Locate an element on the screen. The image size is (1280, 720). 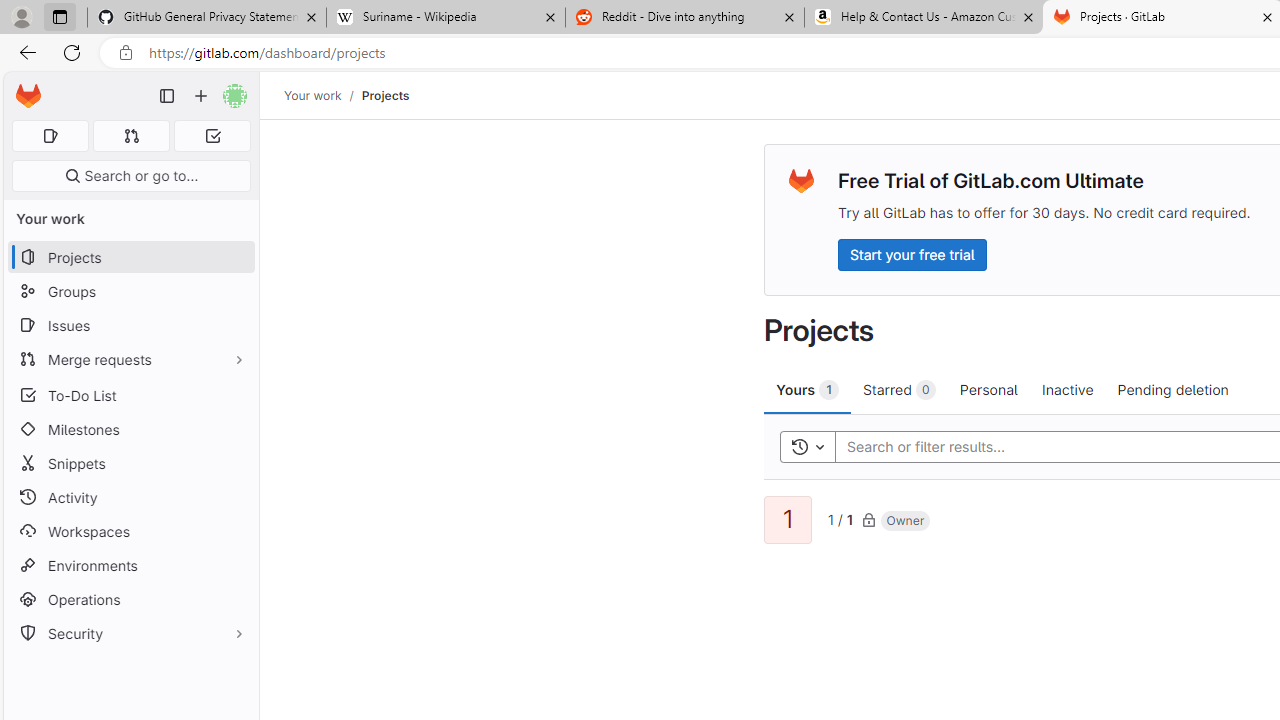
'Merge requests' is located at coordinates (130, 358).